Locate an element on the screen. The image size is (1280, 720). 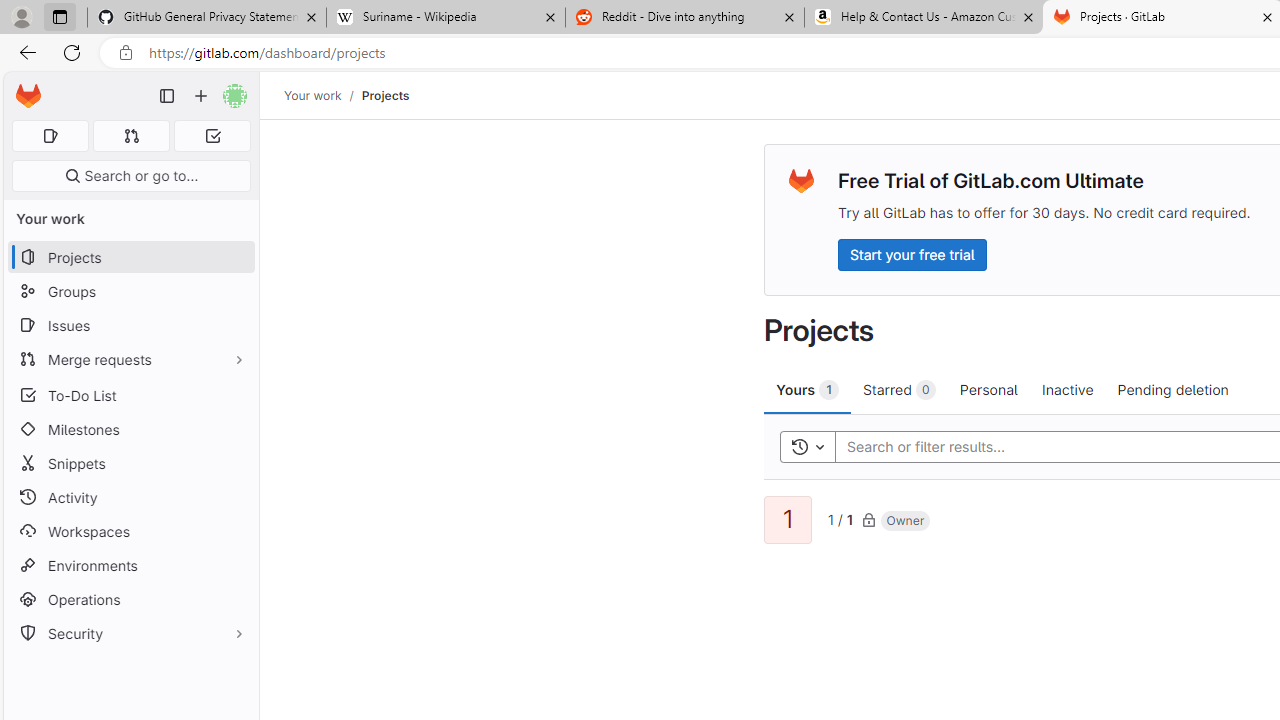
'Merge requests' is located at coordinates (130, 358).